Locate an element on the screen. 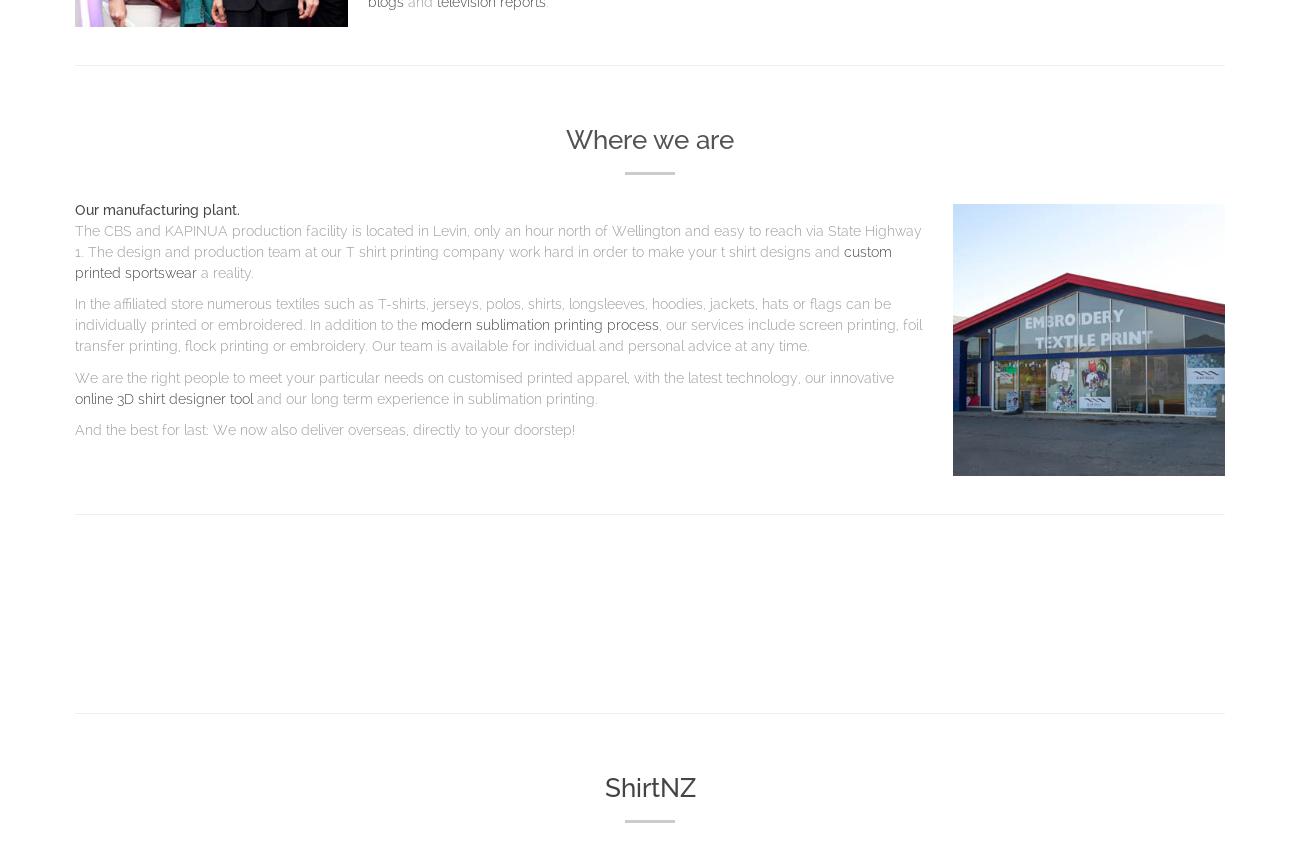  'Our manufacturing plant.' is located at coordinates (156, 207).